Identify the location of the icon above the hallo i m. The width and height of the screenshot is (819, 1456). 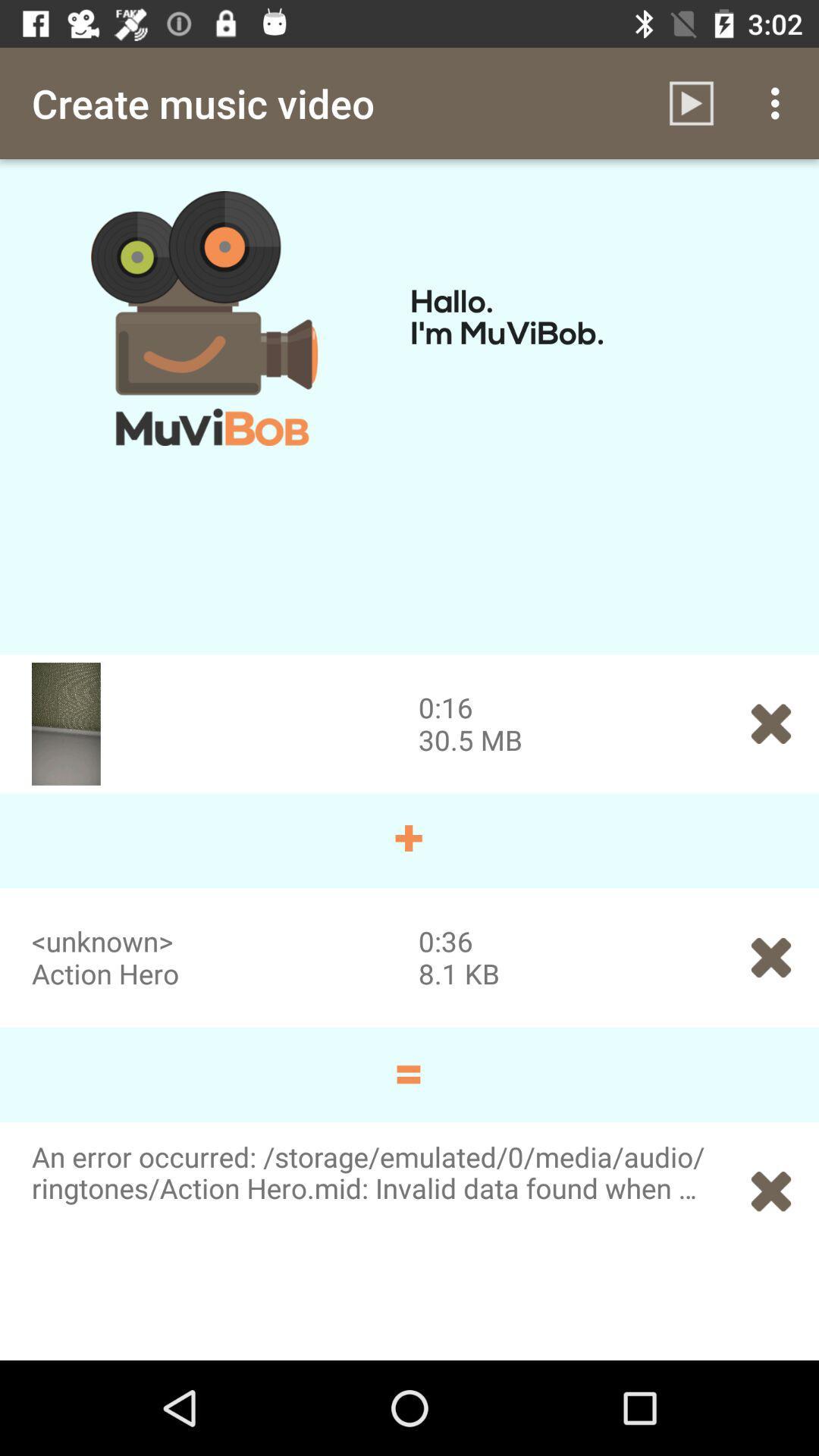
(691, 102).